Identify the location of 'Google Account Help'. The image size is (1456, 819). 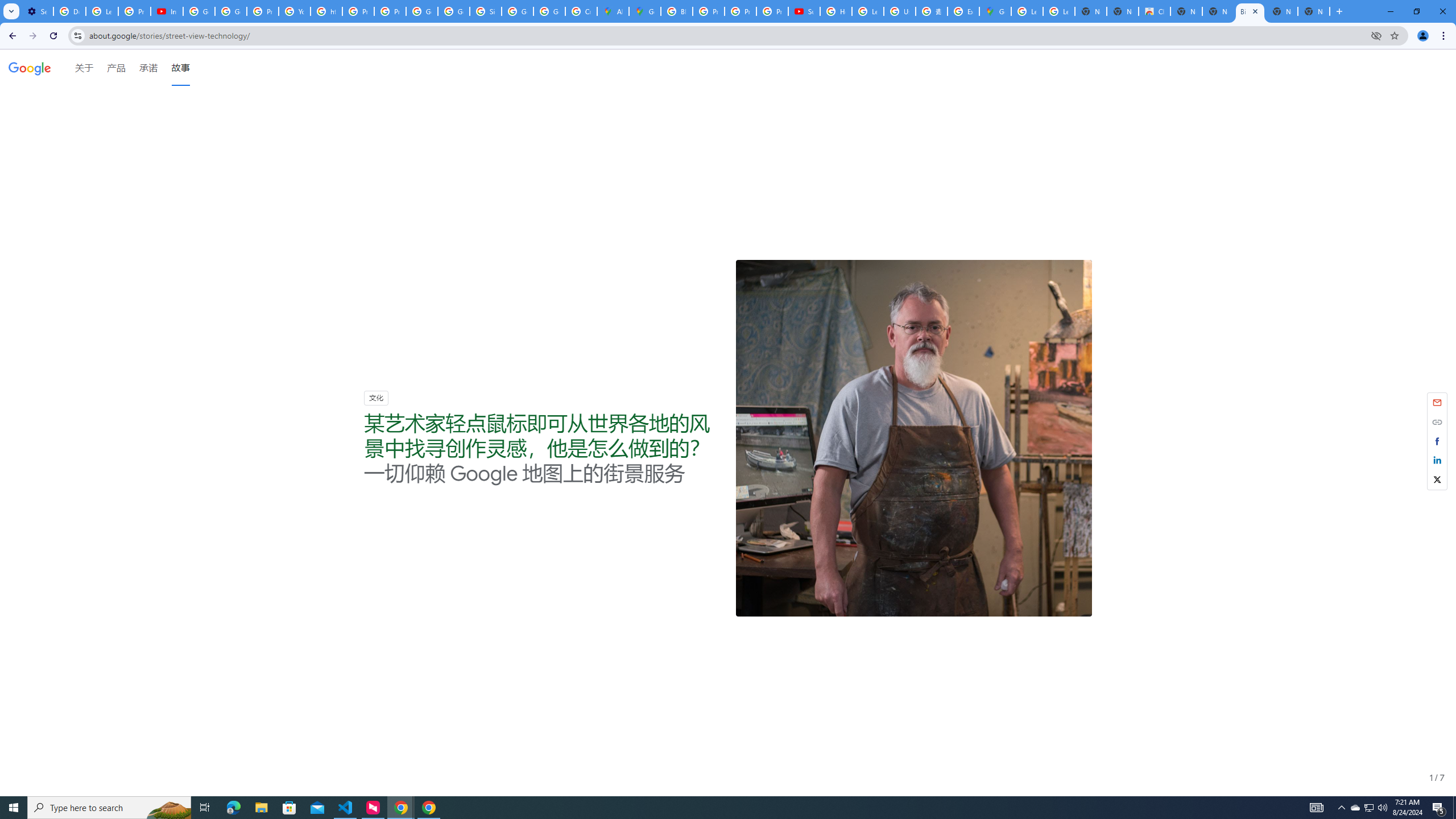
(198, 11).